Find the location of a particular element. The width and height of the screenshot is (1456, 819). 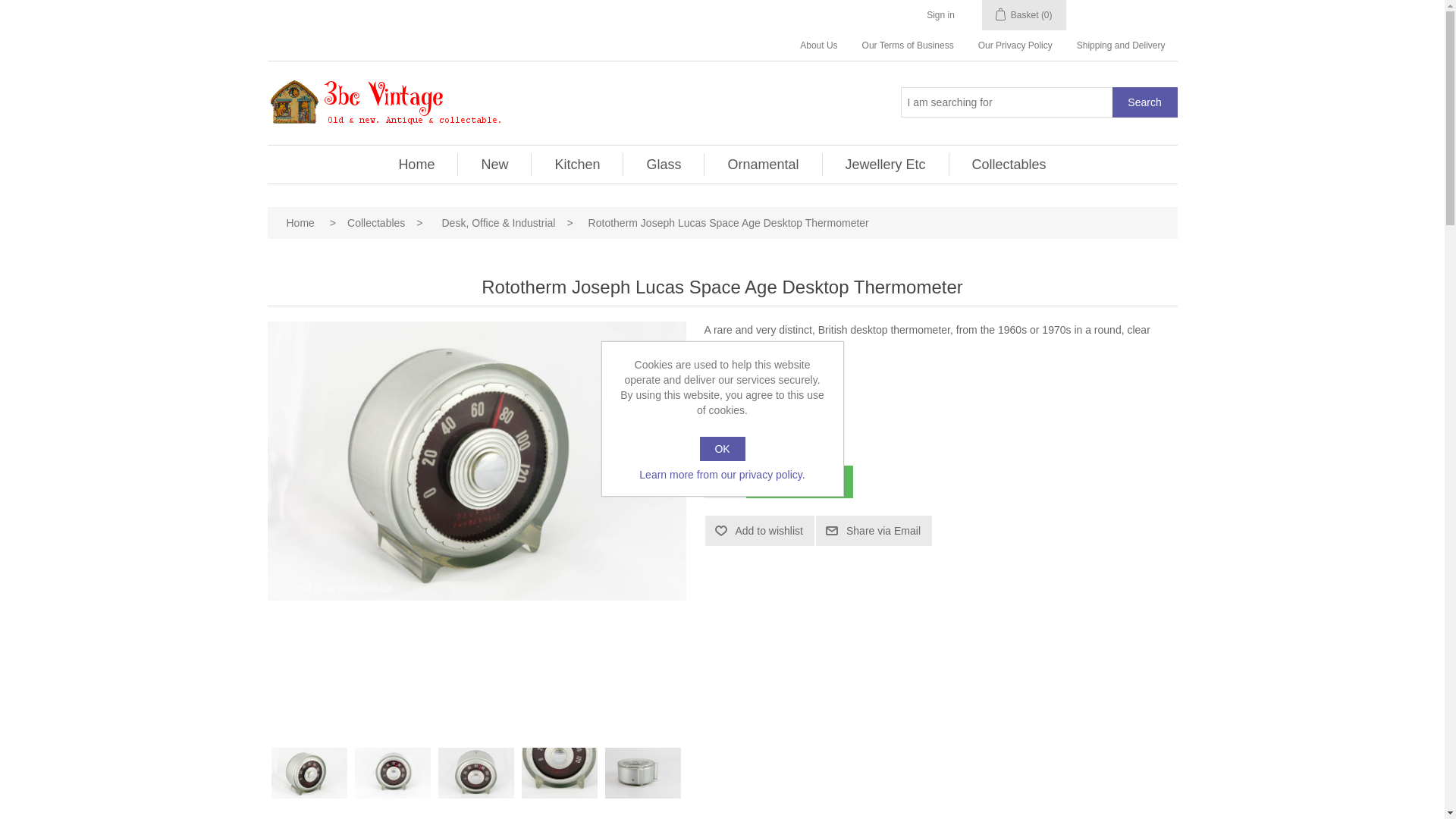

'Ornamental' is located at coordinates (763, 164).